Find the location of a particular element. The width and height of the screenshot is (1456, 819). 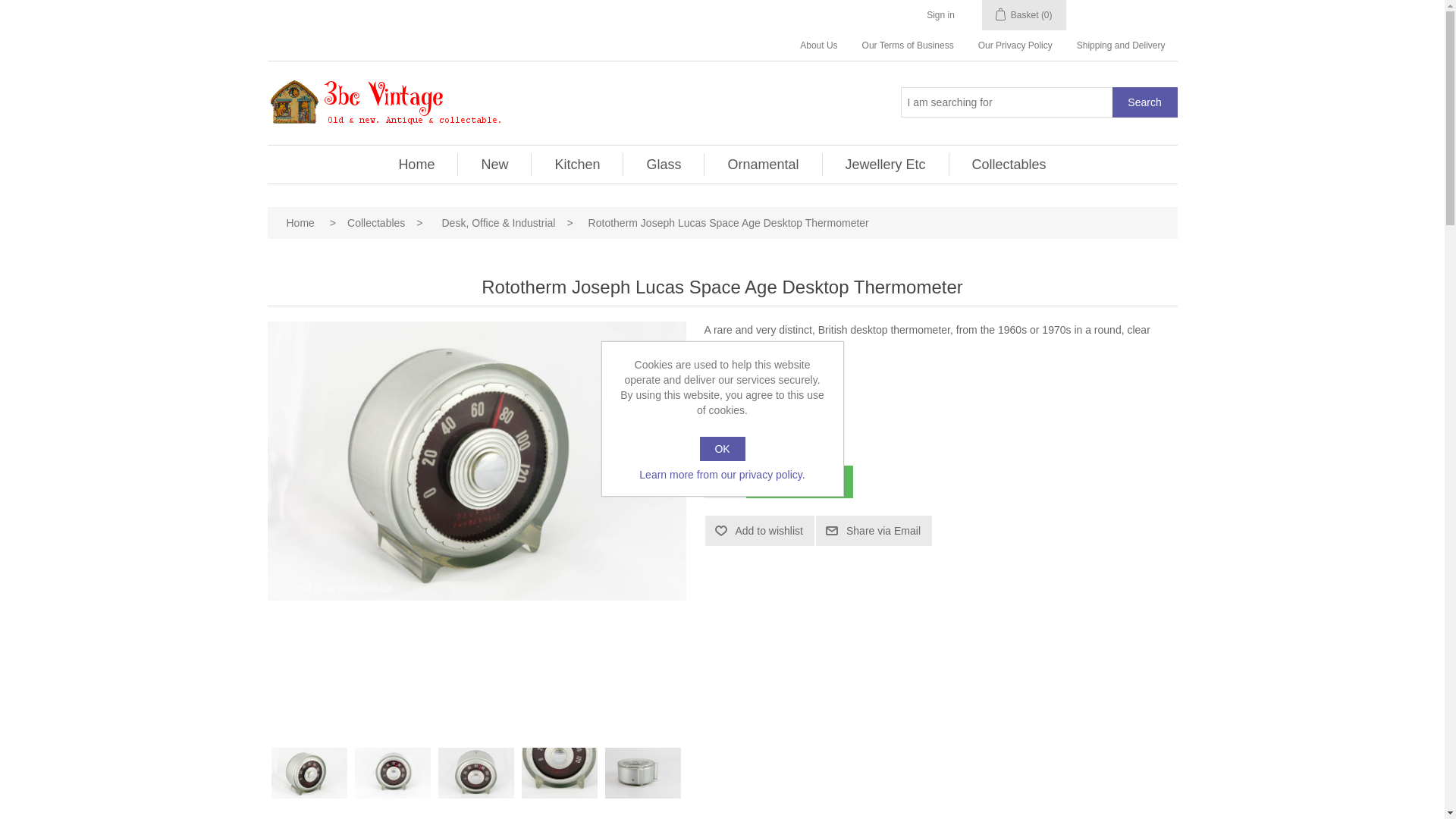

'Ornamental' is located at coordinates (763, 164).